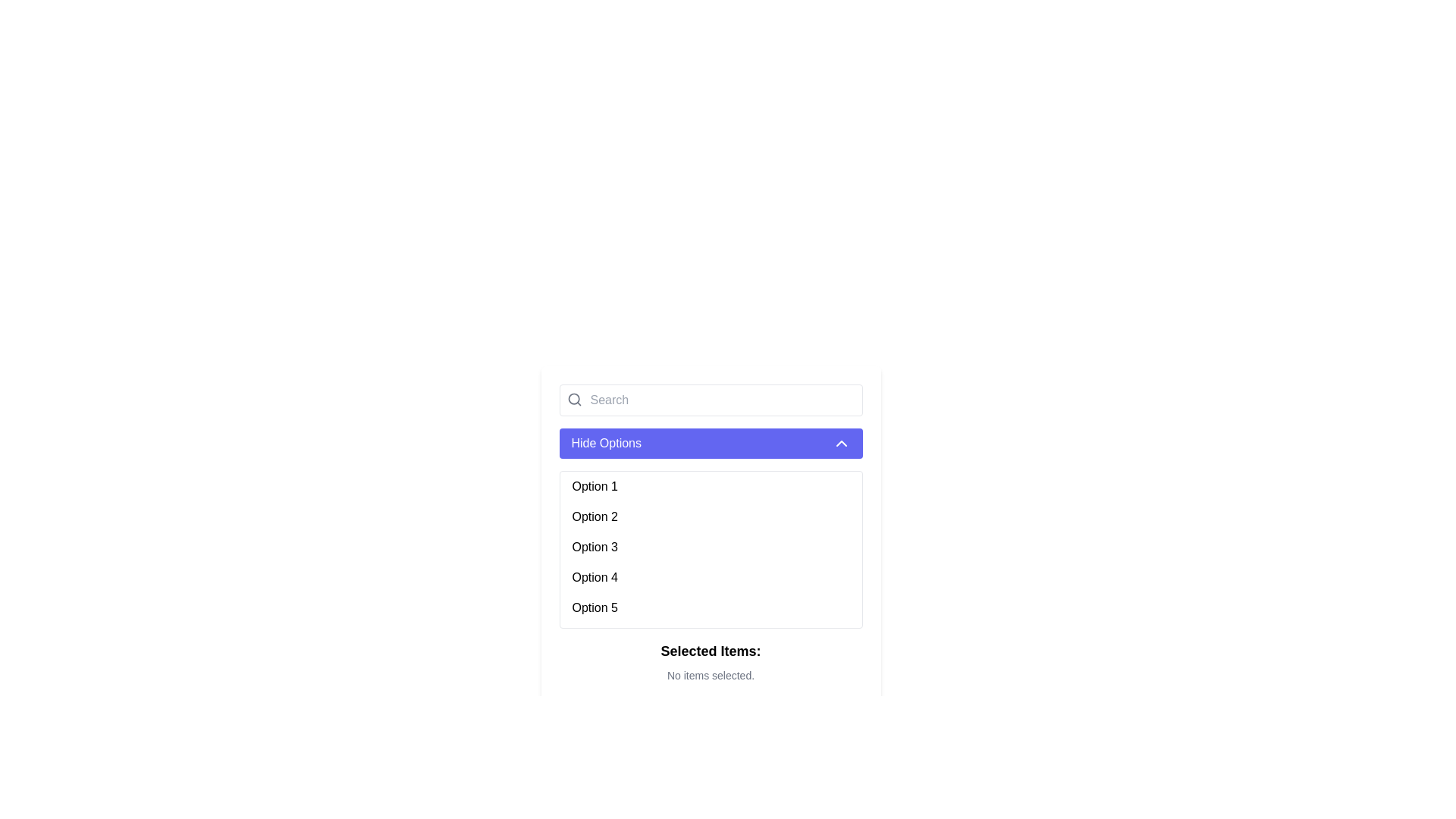 The image size is (1456, 819). Describe the element at coordinates (710, 651) in the screenshot. I see `the Text label that serves as a header for the section displaying selected items, which is positioned above the sibling element containing the text 'No items selected.'` at that location.